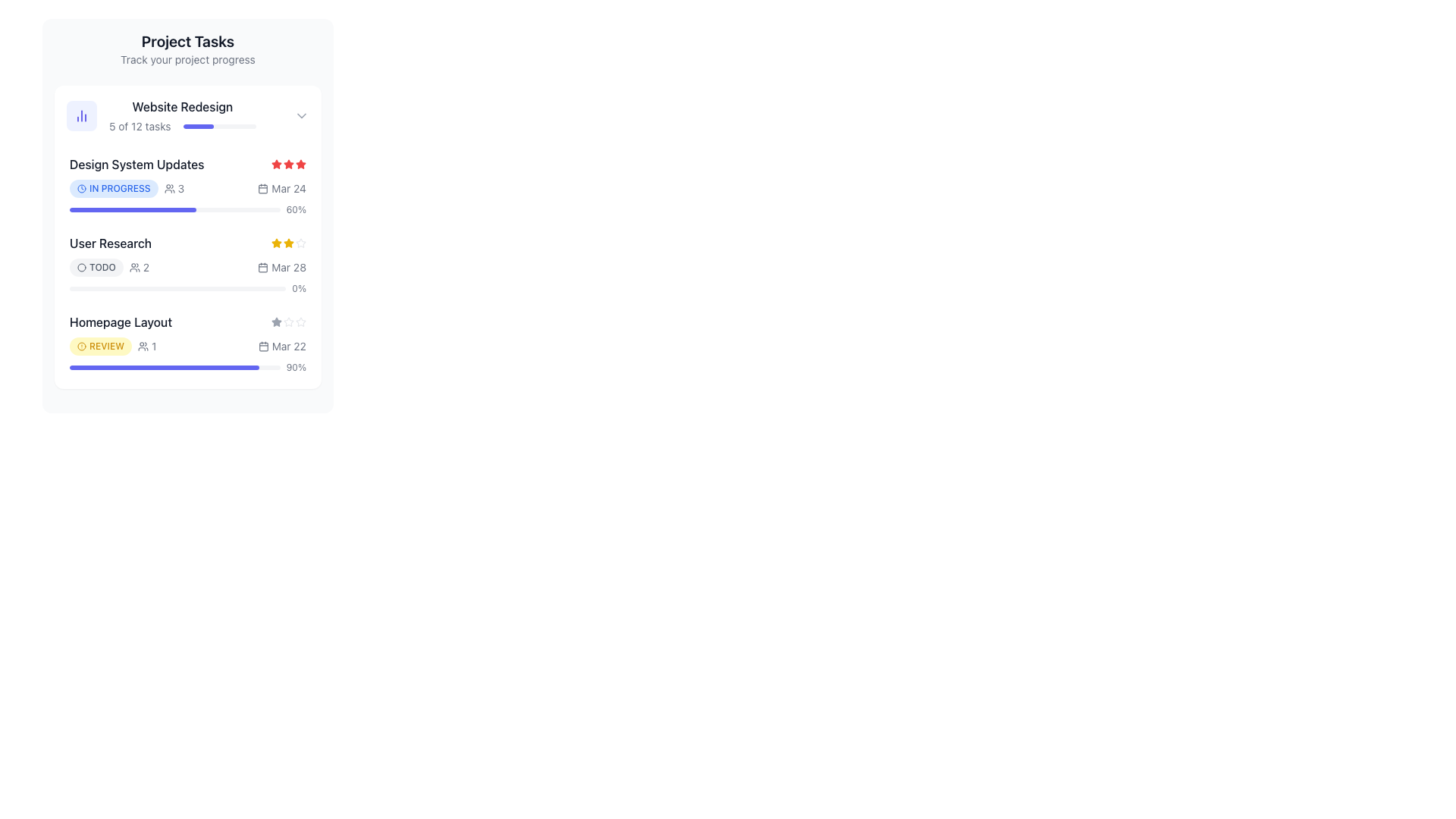 The height and width of the screenshot is (819, 1456). What do you see at coordinates (139, 267) in the screenshot?
I see `the numeric indicator label displaying '2' next to the user icon in the 'User Research' task row` at bounding box center [139, 267].